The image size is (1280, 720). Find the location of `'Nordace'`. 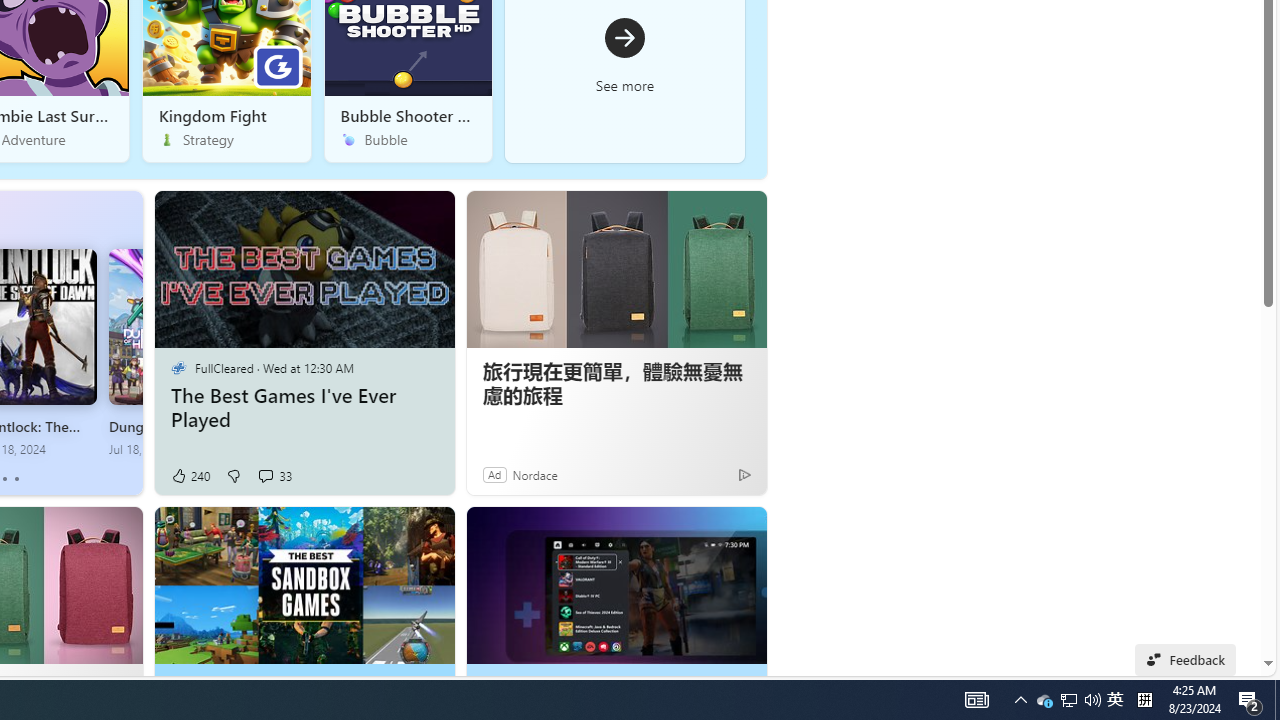

'Nordace' is located at coordinates (535, 474).